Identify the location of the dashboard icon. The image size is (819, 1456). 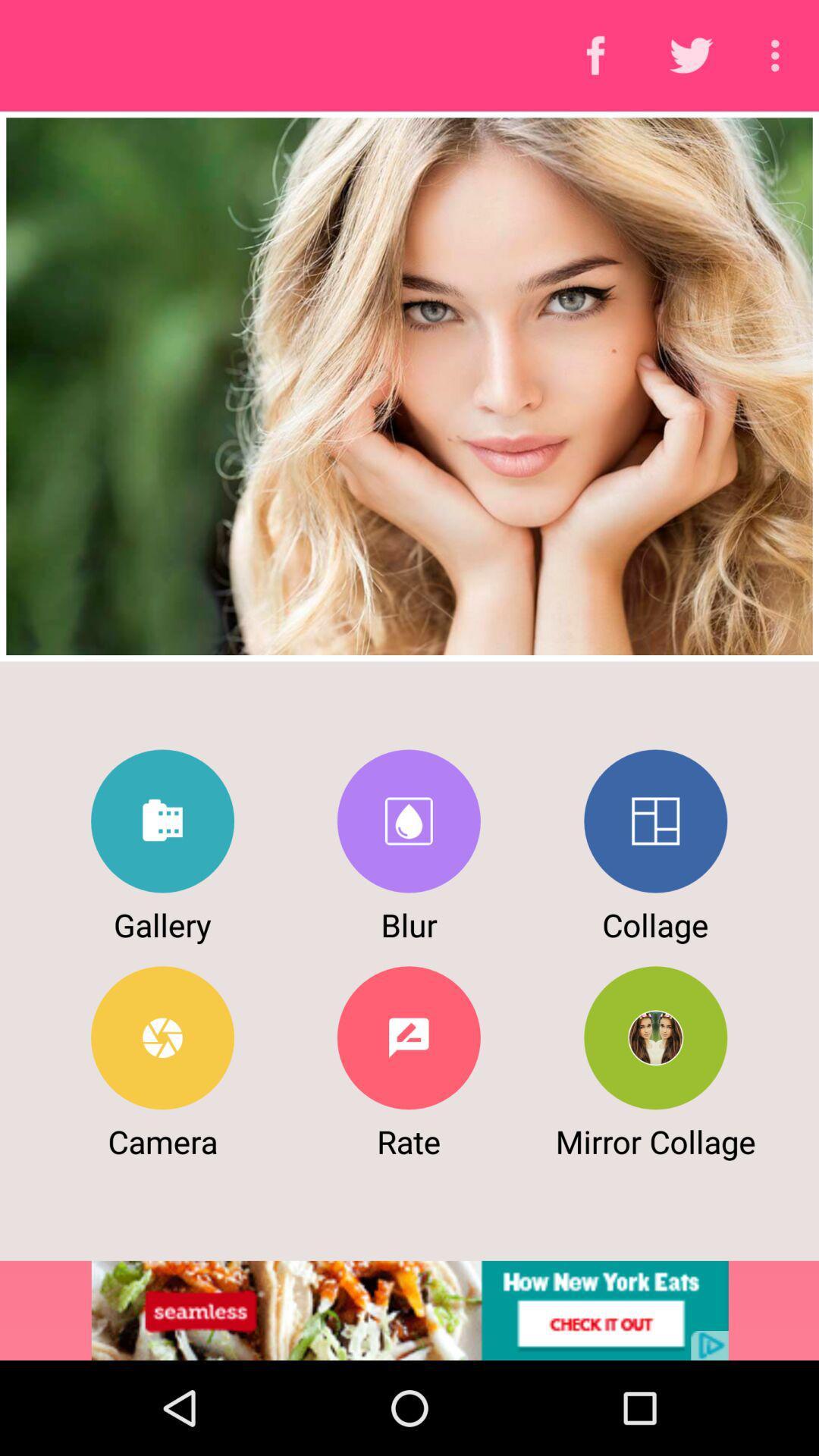
(654, 821).